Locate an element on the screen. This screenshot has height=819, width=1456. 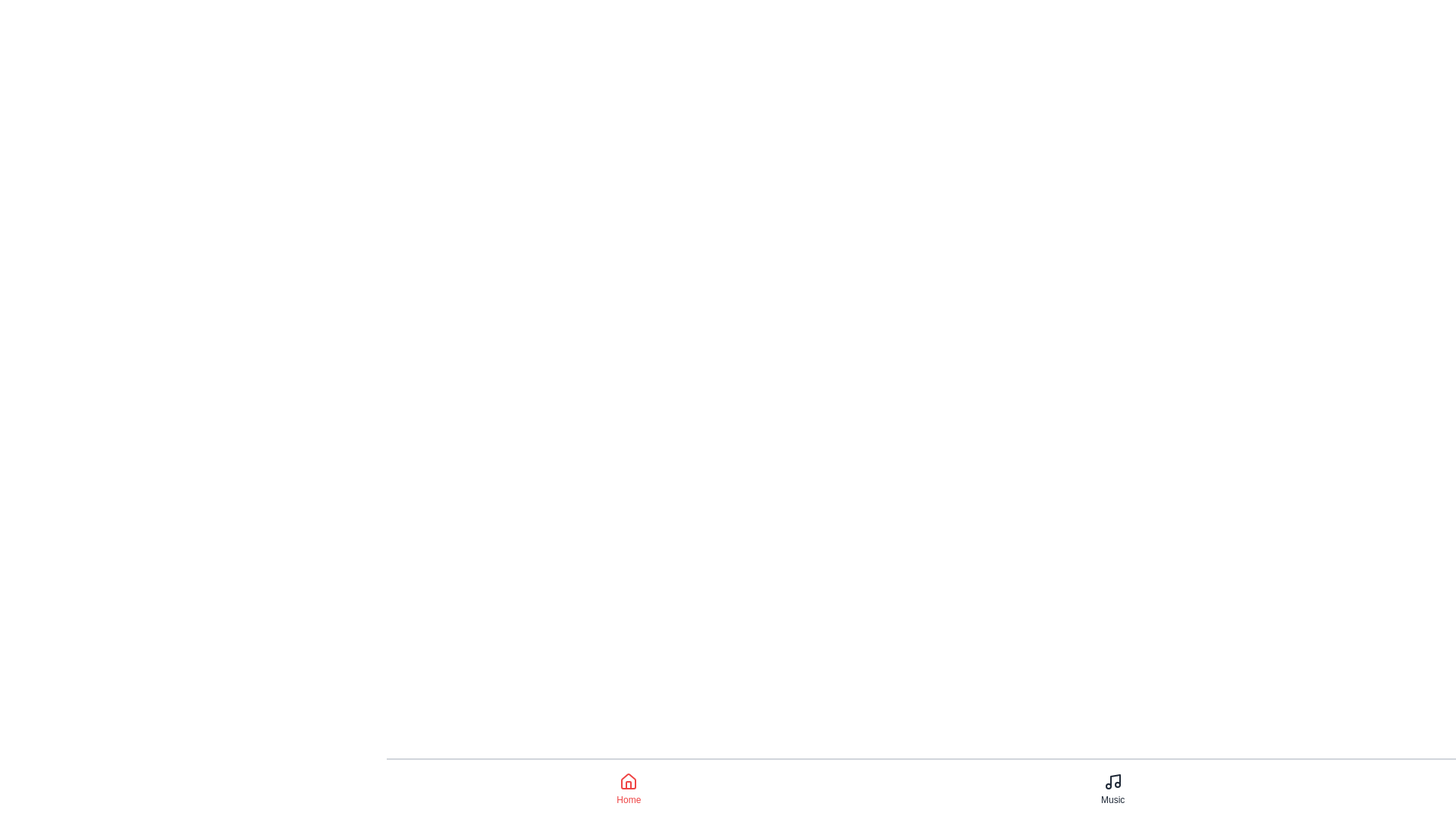
the Music tab by clicking on its icon is located at coordinates (1112, 789).